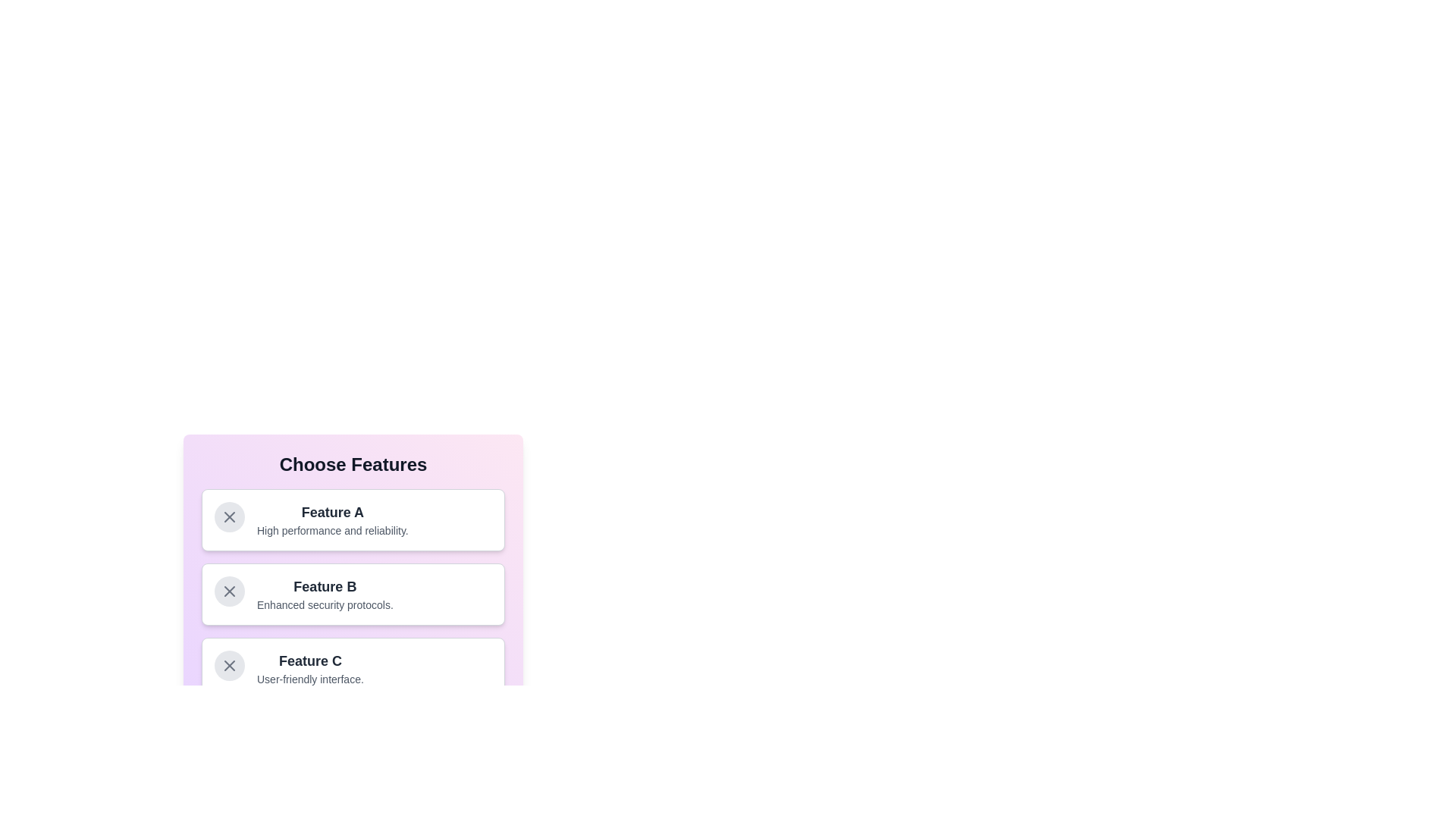 Image resolution: width=1456 pixels, height=819 pixels. What do you see at coordinates (324, 604) in the screenshot?
I see `the text element displaying 'Enhanced security protocols.' which is styled with a smaller font size and gray color, located below the title 'Feature B' on the second card in the 'Choose Features' section` at bounding box center [324, 604].